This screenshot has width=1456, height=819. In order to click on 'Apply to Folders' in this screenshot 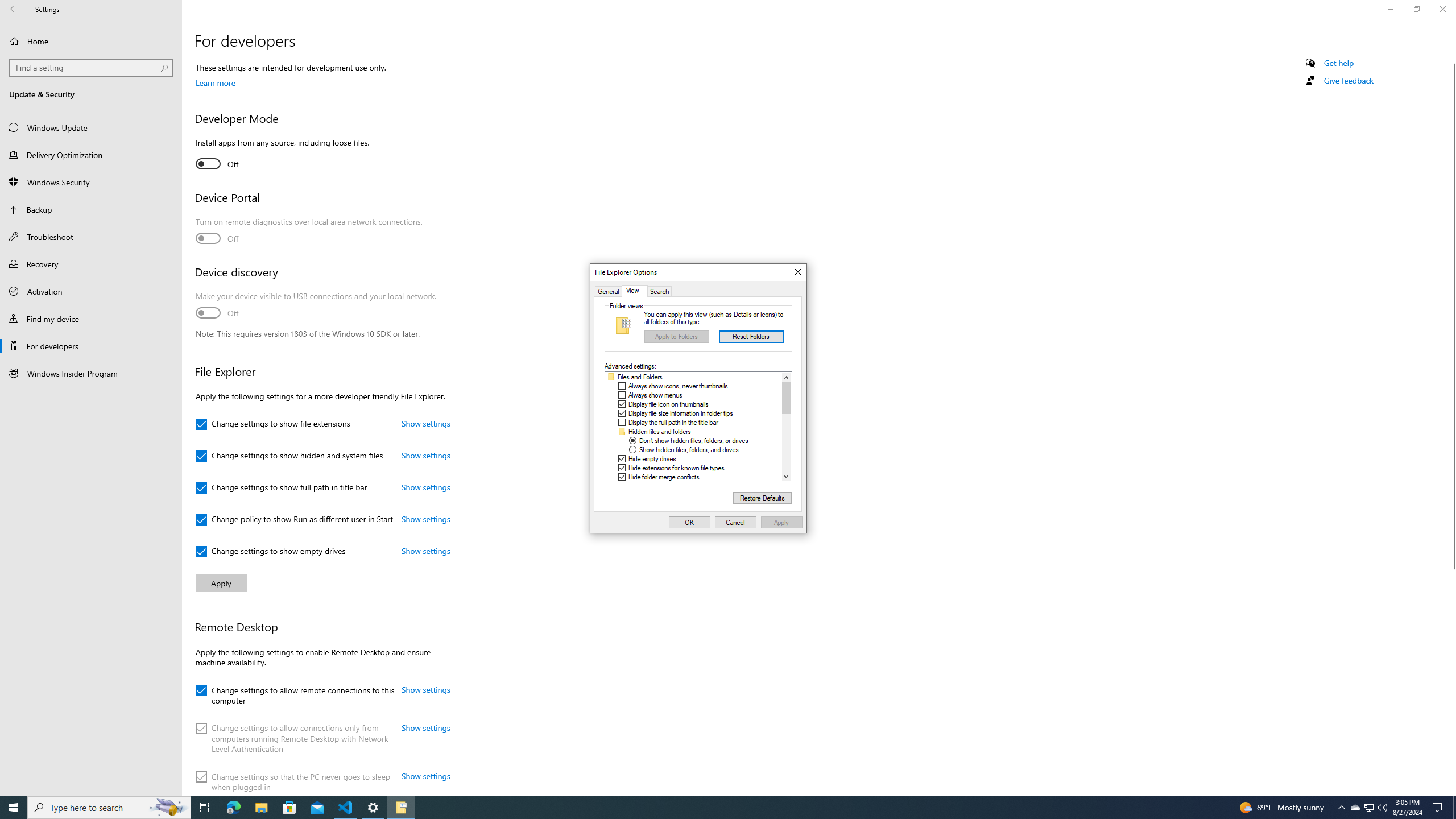, I will do `click(677, 336)`.